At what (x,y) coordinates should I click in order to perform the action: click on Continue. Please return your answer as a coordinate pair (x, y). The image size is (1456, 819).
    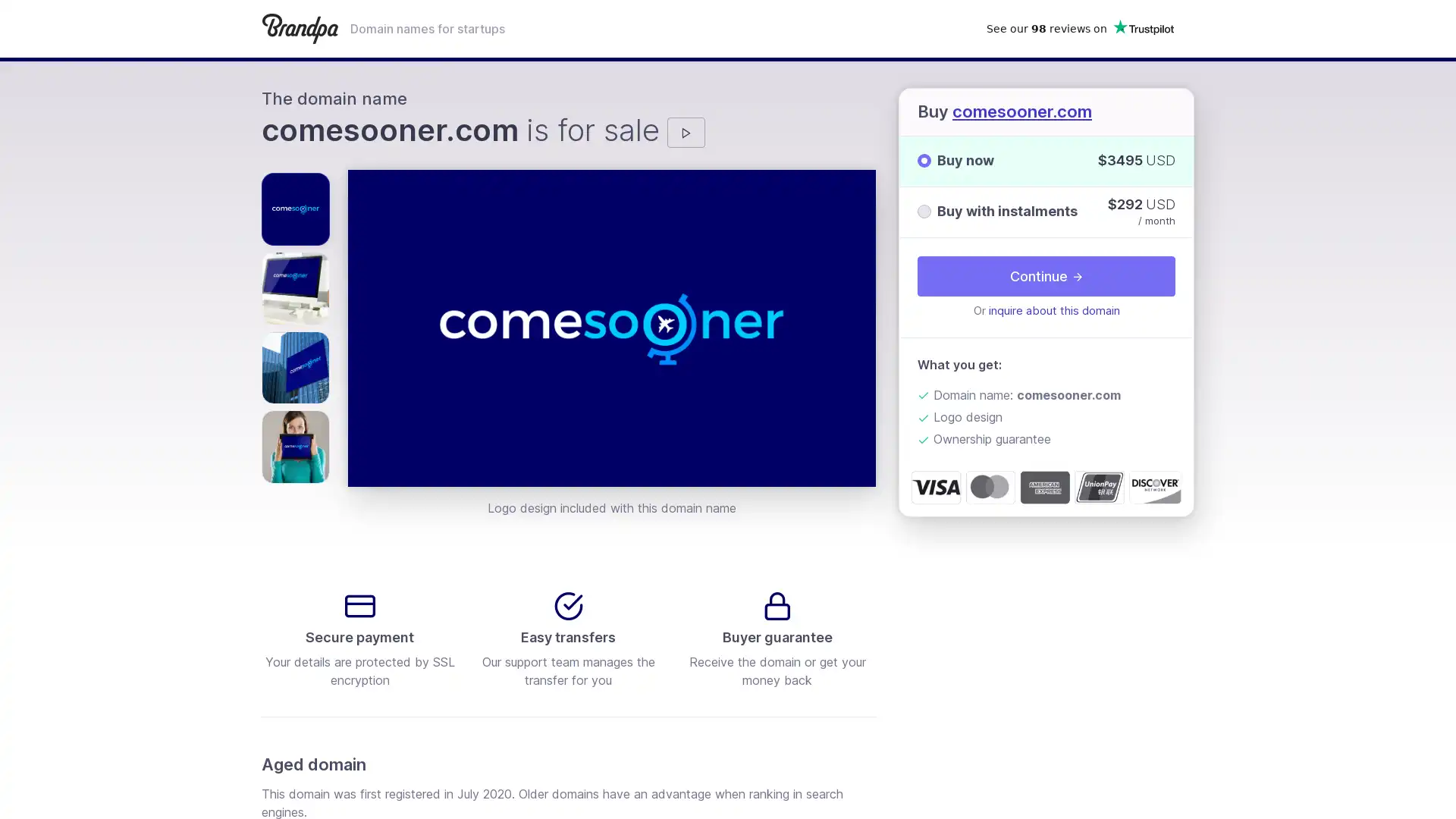
    Looking at the image, I should click on (1046, 275).